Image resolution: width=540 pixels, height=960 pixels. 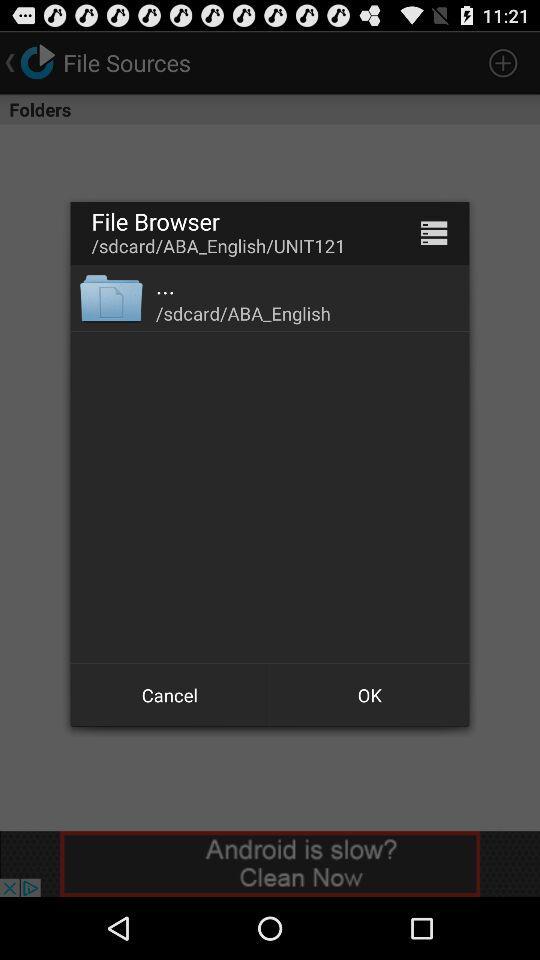 What do you see at coordinates (368, 695) in the screenshot?
I see `item next to the cancel button` at bounding box center [368, 695].